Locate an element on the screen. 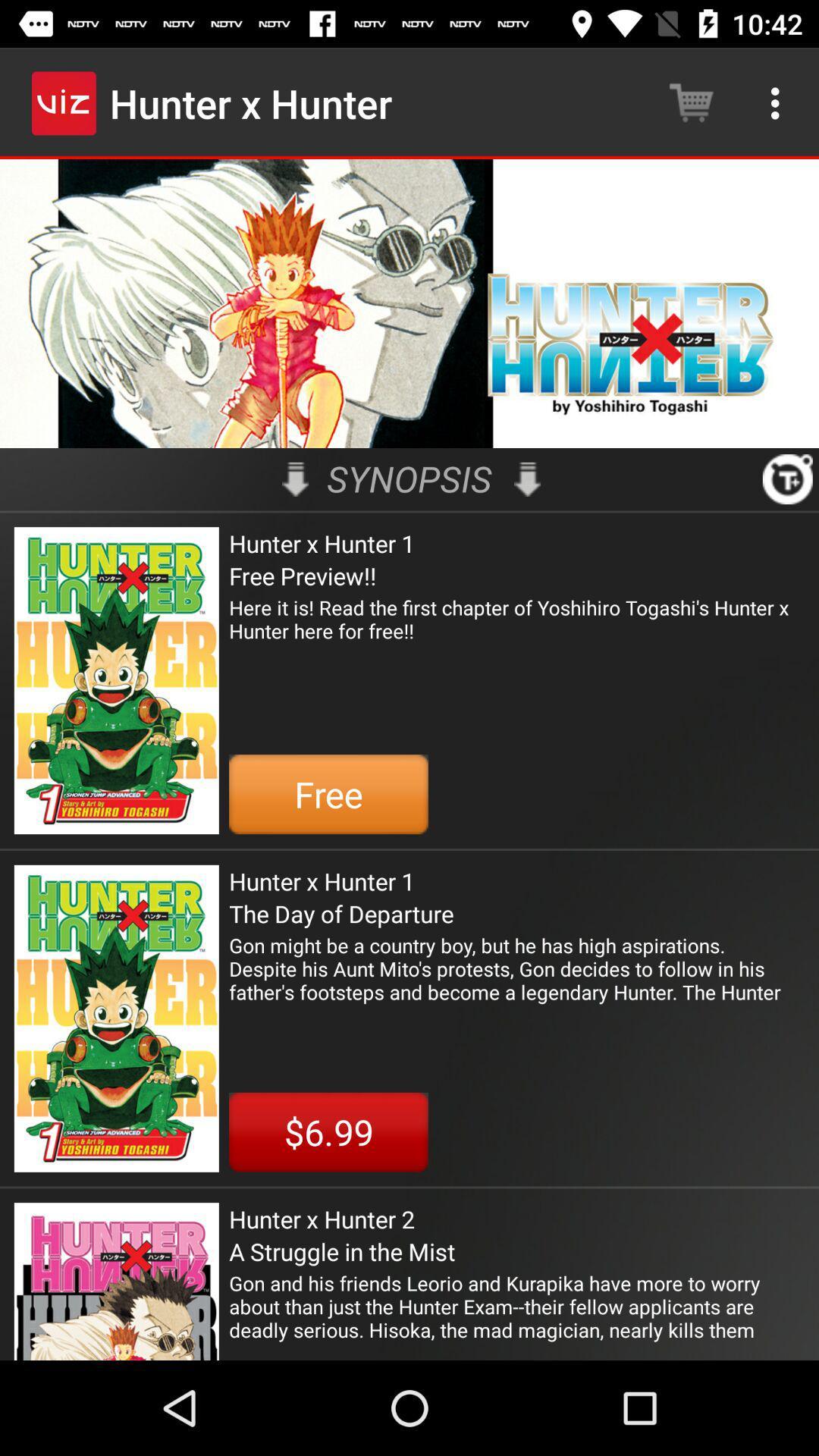 This screenshot has height=1456, width=819. the icon below free preview!! icon is located at coordinates (516, 631).